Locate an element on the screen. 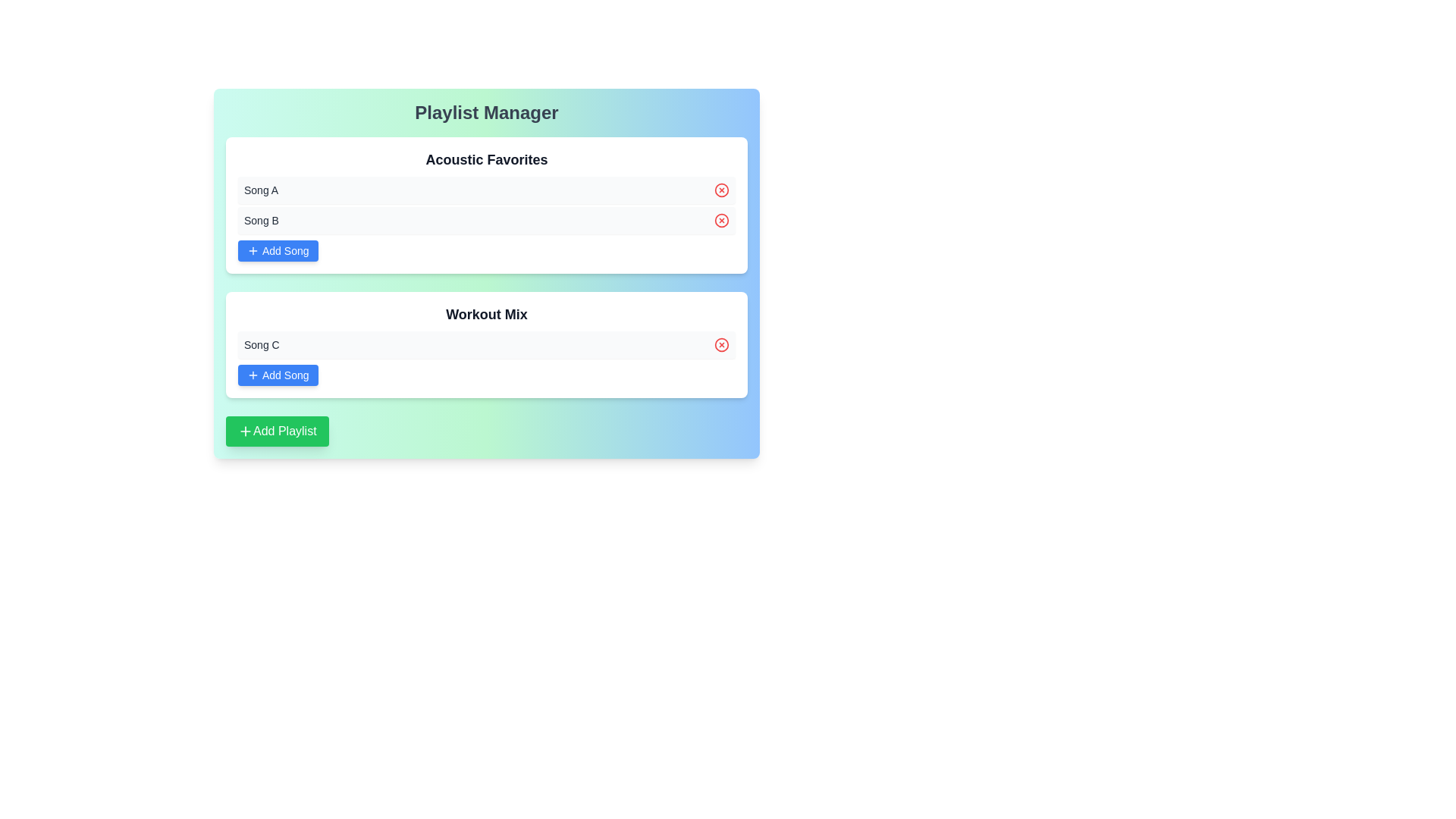  the 'Workout Mix' text label, which serves as the title of the playlist displayed within its containing card, located above 'Song C' and the 'Add Song' button is located at coordinates (487, 314).